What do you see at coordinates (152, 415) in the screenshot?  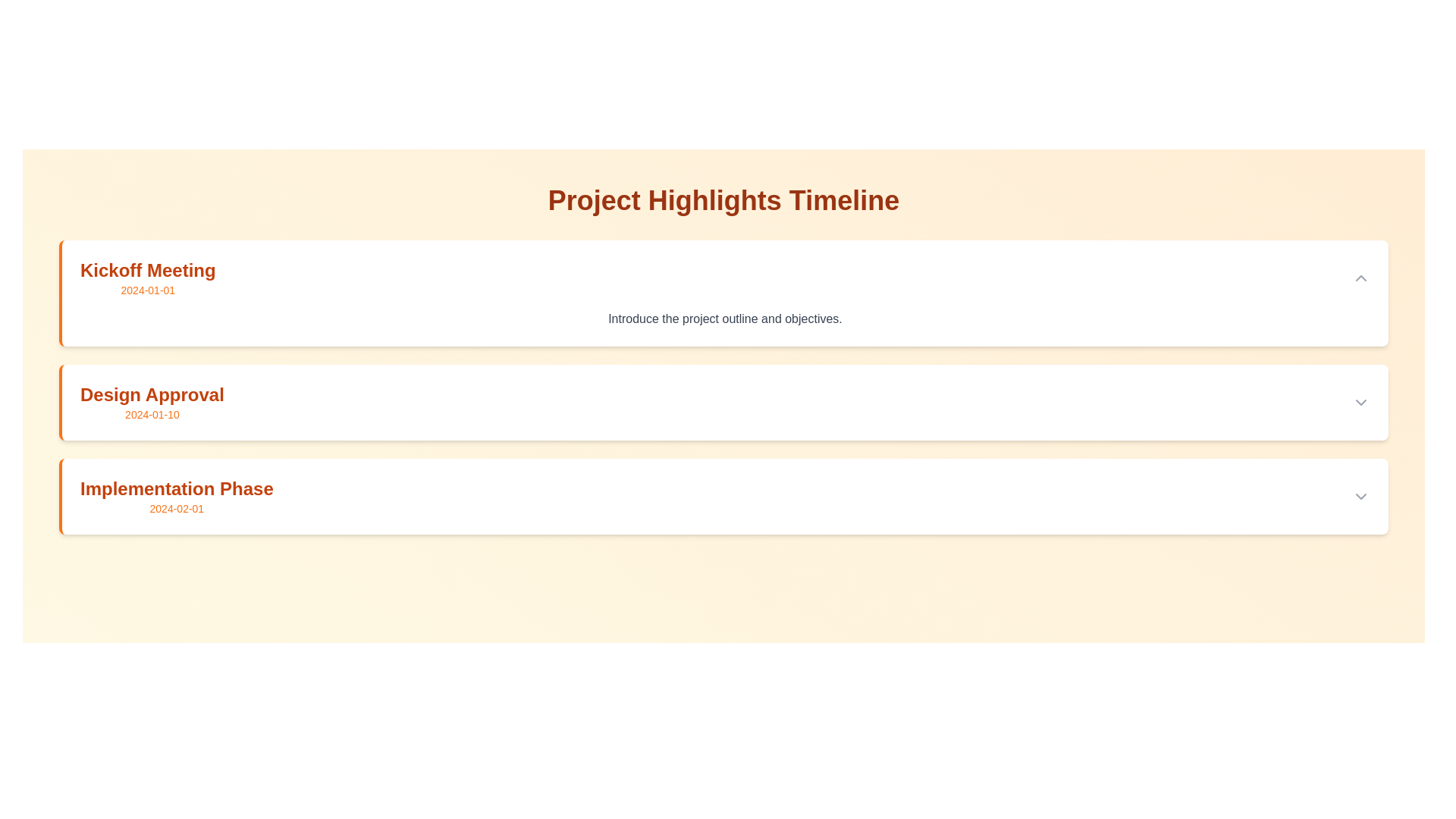 I see `the static text label displaying the date, which is smaller and orange-colored, located directly beneath the 'Design Approval' text` at bounding box center [152, 415].